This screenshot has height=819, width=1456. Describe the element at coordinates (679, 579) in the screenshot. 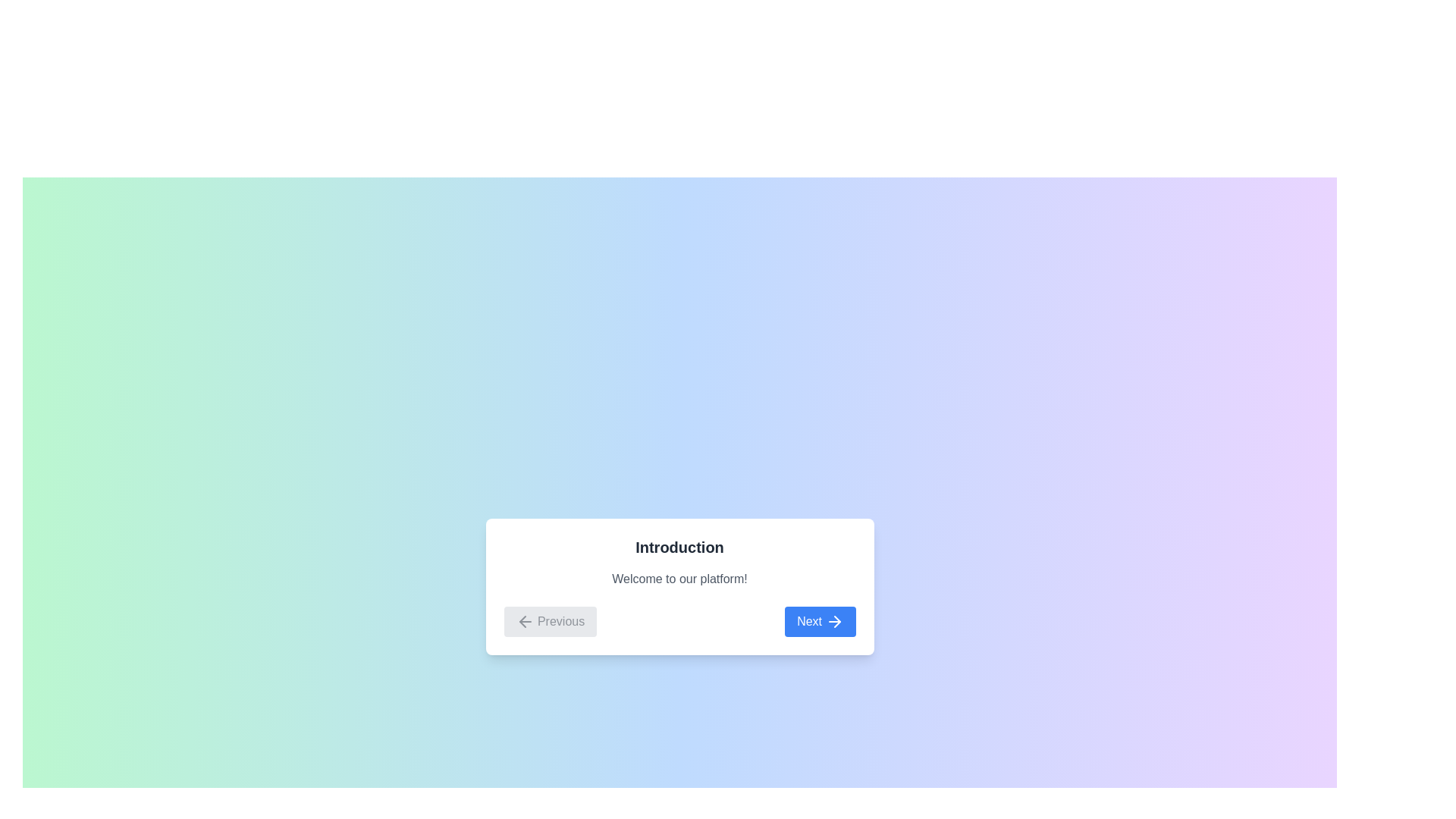

I see `the Static Text element displaying 'Welcome to our platform!' which is styled with a smaller font and grey color, located beneath the 'Introduction' heading` at that location.